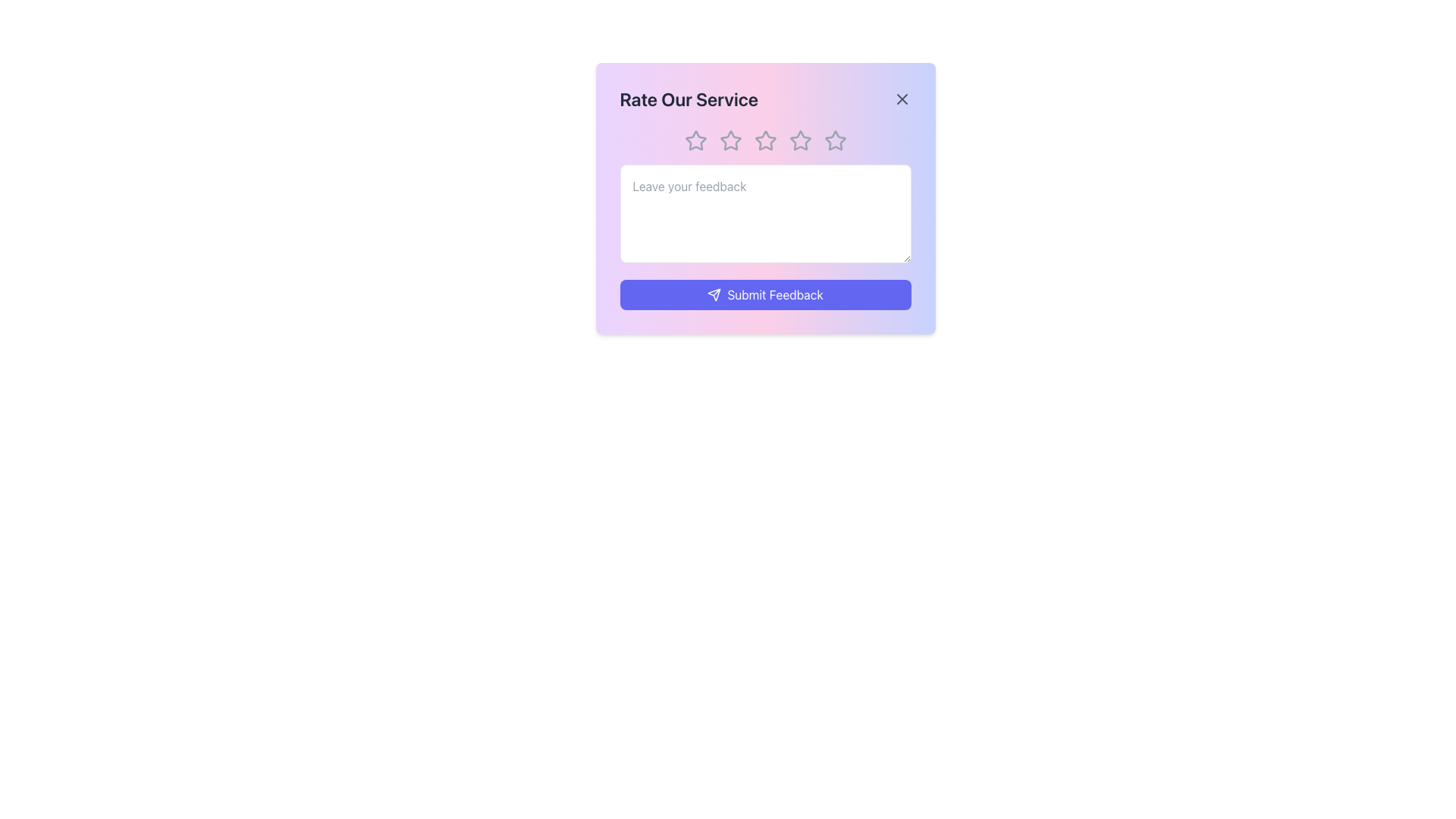  I want to click on the second star icon, so click(730, 140).